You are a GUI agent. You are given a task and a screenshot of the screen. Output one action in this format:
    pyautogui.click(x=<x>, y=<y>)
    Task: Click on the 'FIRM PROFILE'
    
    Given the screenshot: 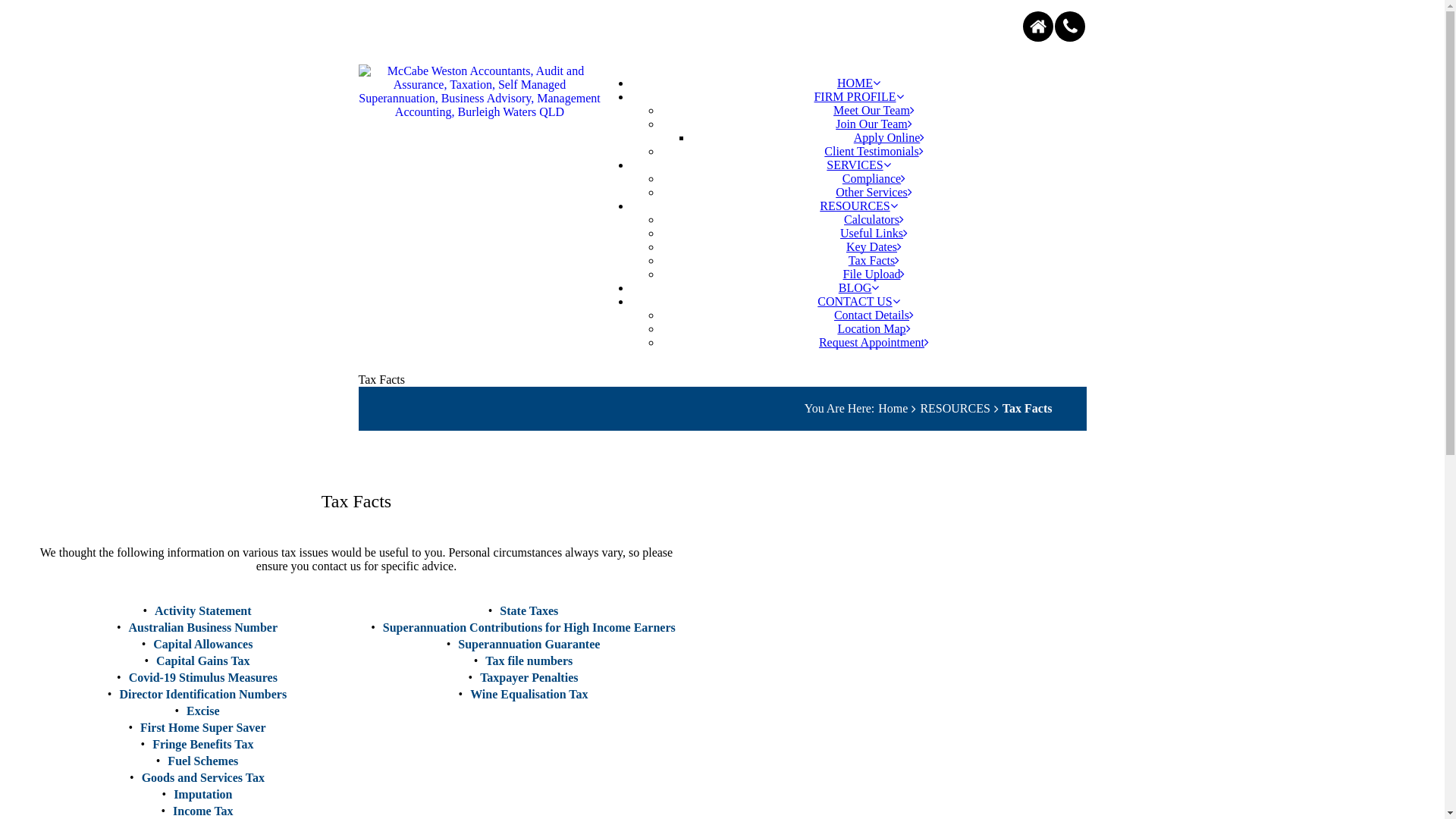 What is the action you would take?
    pyautogui.click(x=813, y=96)
    